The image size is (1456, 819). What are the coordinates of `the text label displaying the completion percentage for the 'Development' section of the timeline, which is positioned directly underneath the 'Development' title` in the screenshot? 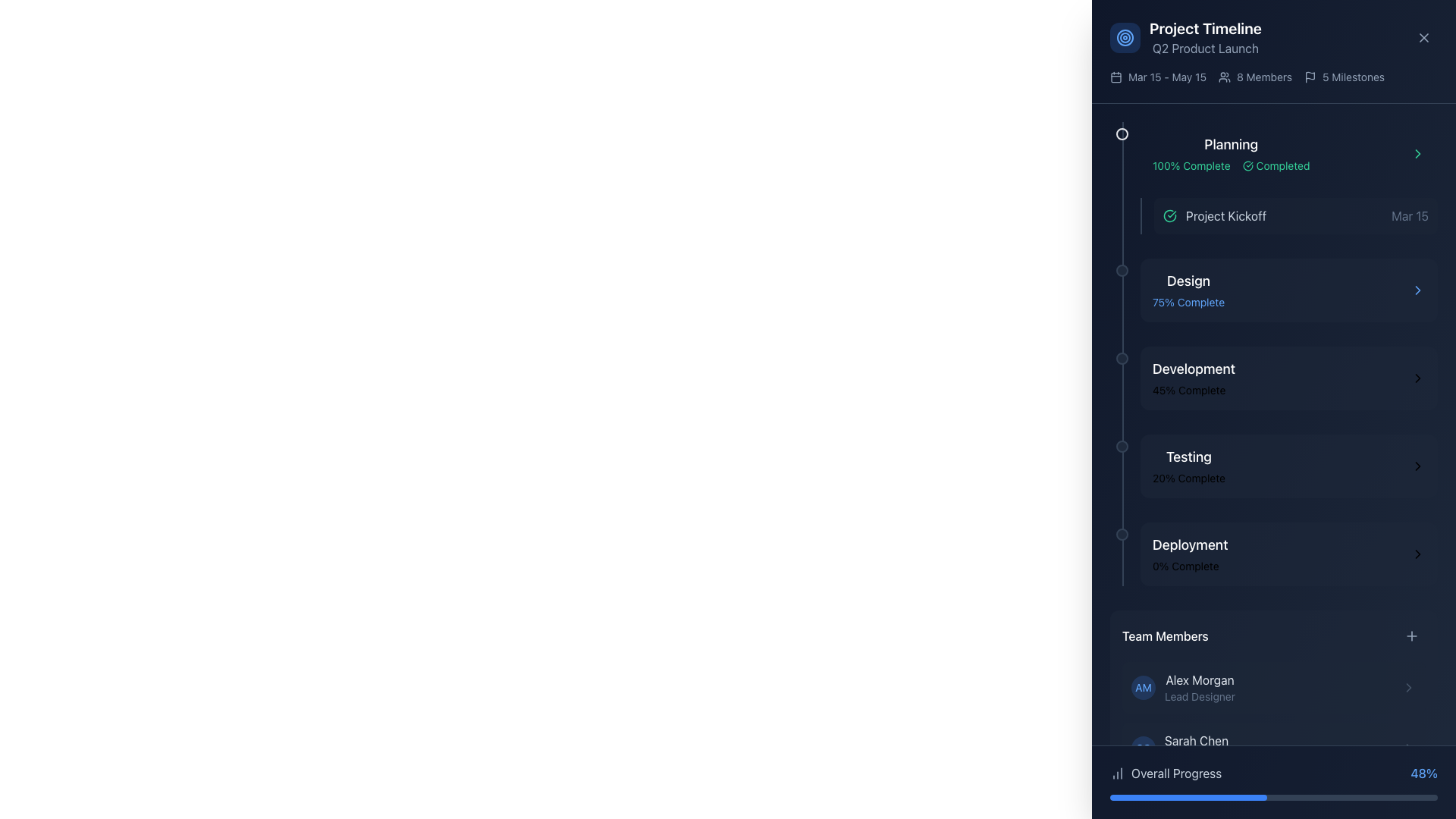 It's located at (1193, 390).